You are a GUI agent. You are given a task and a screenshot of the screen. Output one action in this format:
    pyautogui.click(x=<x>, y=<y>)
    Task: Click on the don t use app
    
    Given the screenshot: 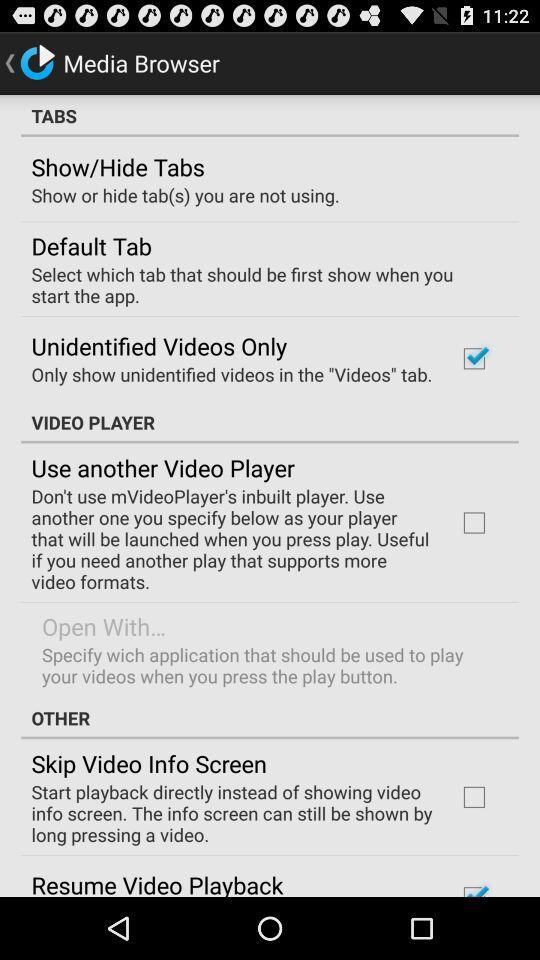 What is the action you would take?
    pyautogui.click(x=230, y=537)
    